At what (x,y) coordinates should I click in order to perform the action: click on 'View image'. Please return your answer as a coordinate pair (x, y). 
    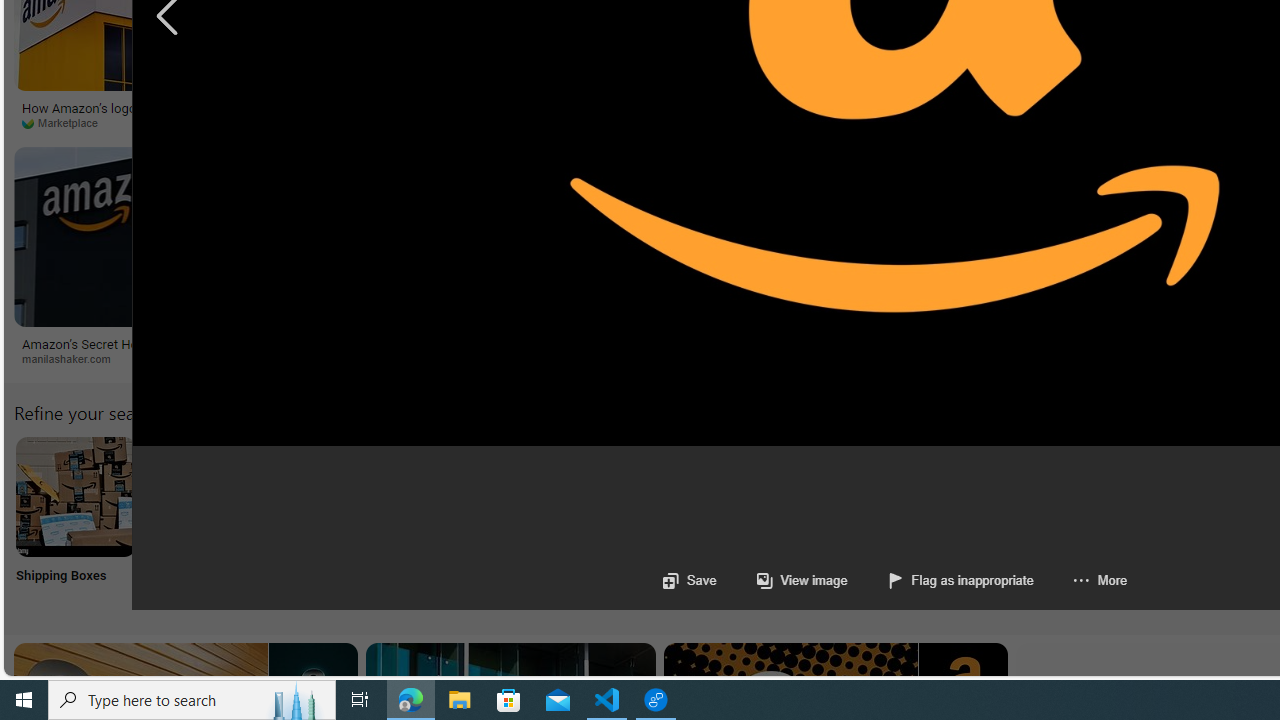
    Looking at the image, I should click on (801, 580).